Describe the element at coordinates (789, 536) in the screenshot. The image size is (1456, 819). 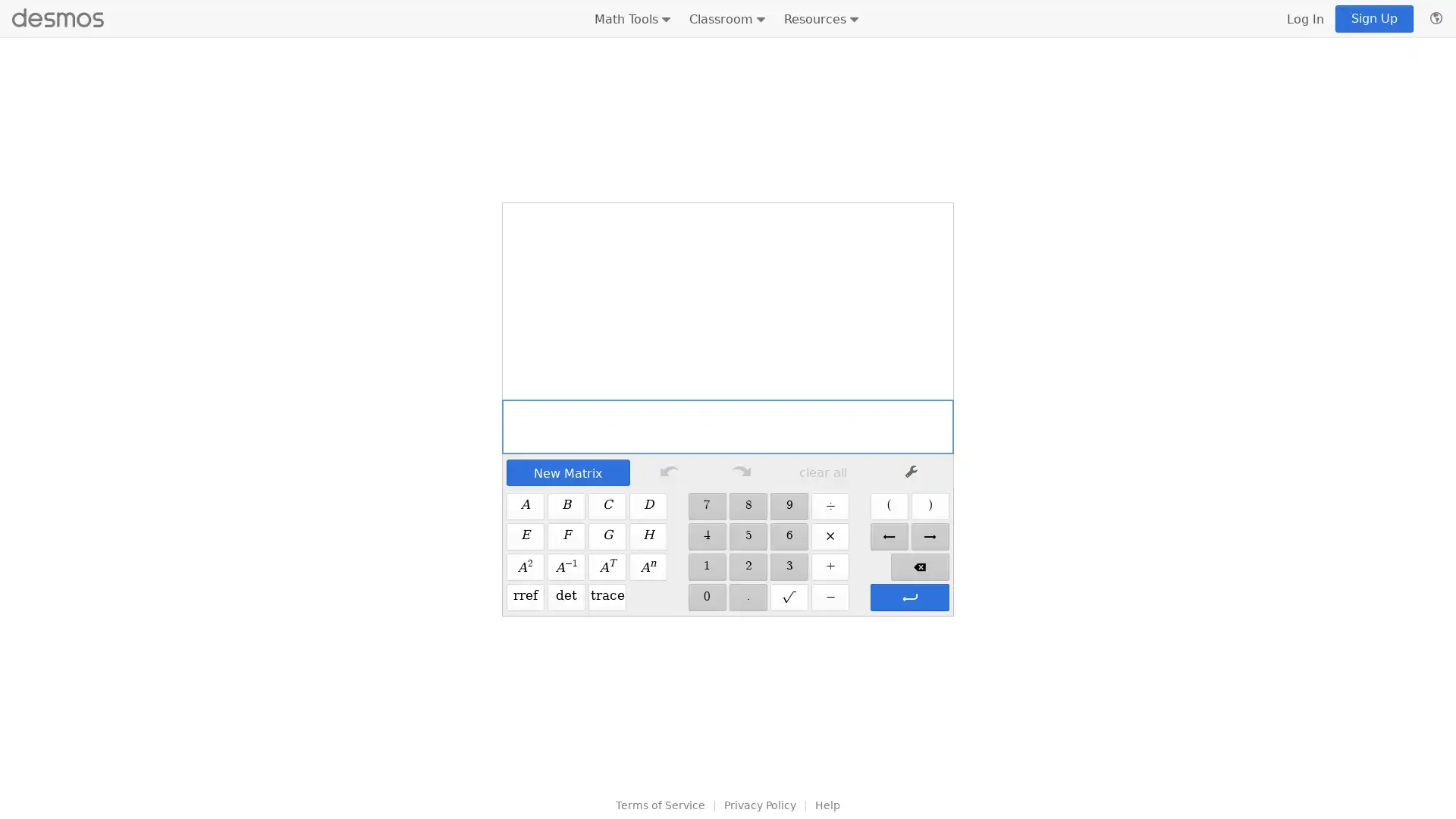
I see `6` at that location.